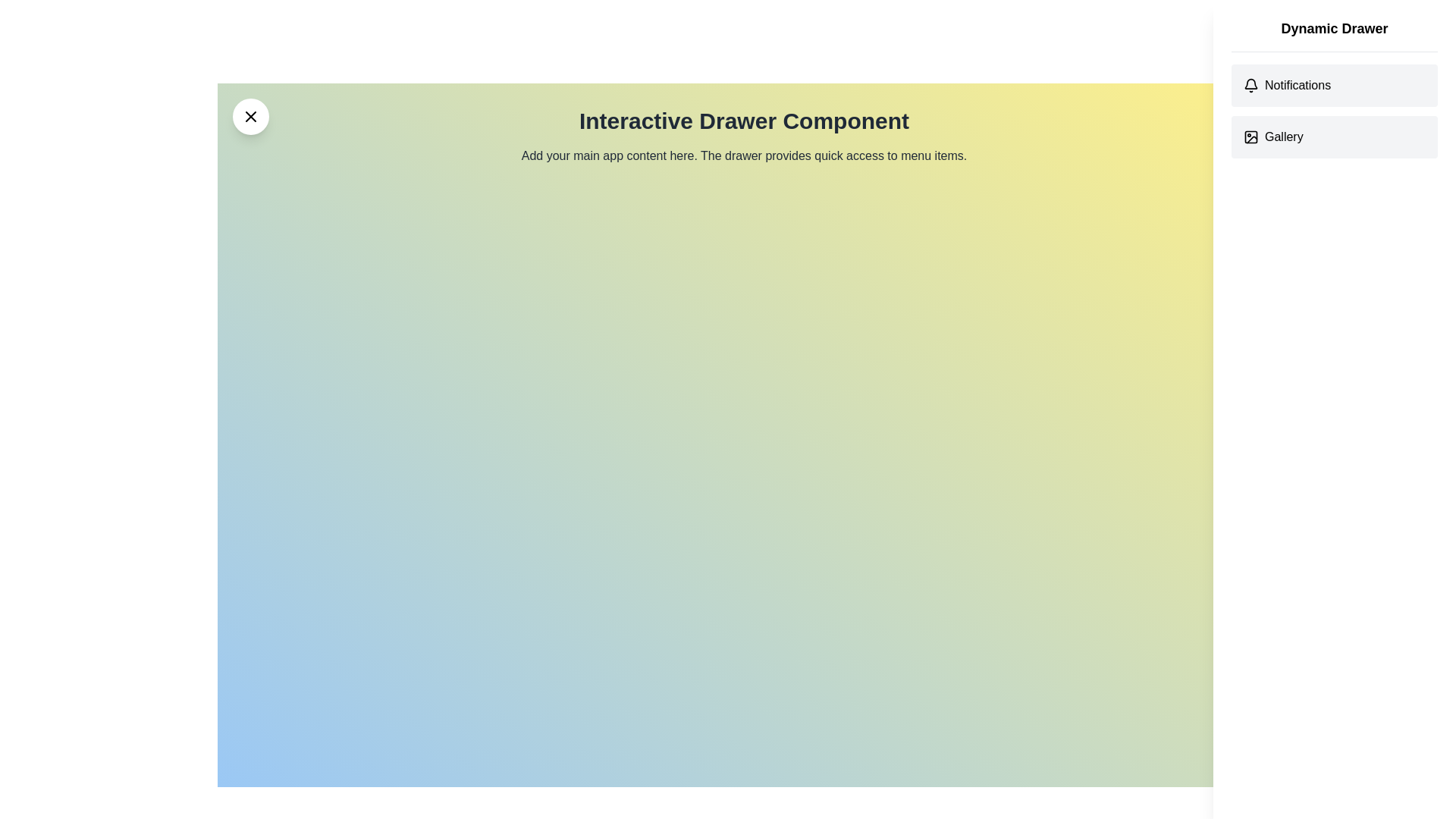  What do you see at coordinates (1251, 137) in the screenshot?
I see `the topmost square-shaped graphical UI component with rounded corners located in the middle-right section of the drawer menu next to the 'Gallery' text item` at bounding box center [1251, 137].